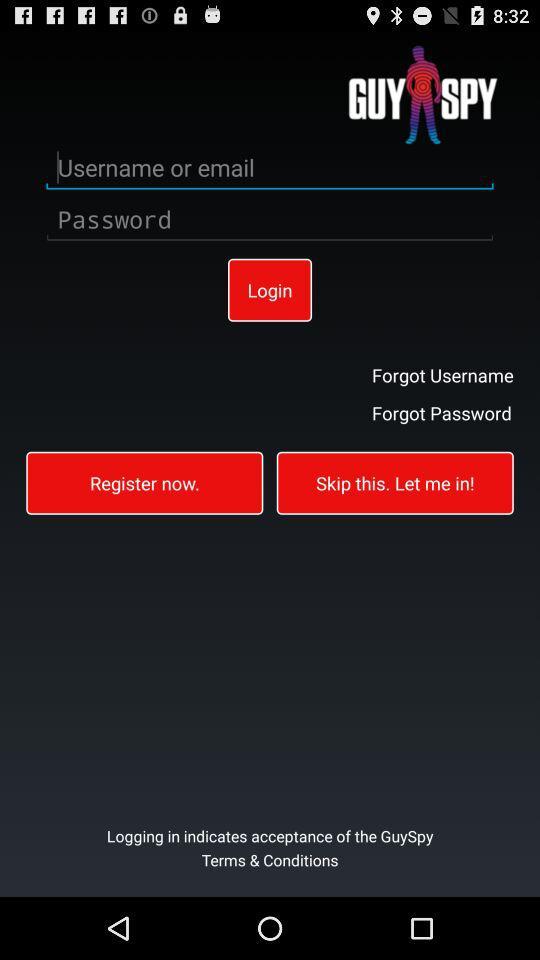  I want to click on button above skip this let item, so click(442, 411).